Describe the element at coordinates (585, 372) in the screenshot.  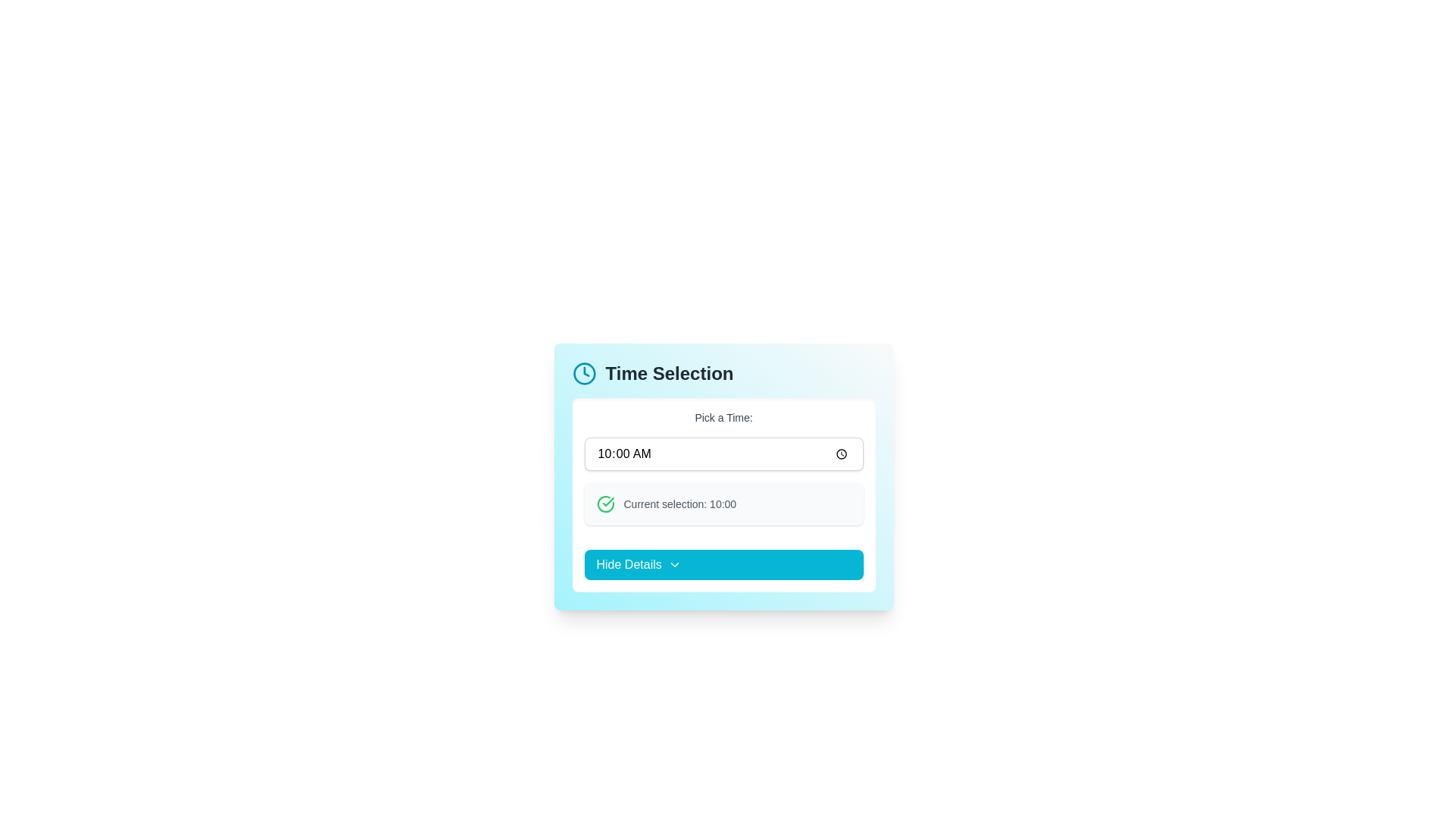
I see `the SVG triangle representing the clock hand that points downward on the clock icon, located towards the upper-middle section of the clock face` at that location.